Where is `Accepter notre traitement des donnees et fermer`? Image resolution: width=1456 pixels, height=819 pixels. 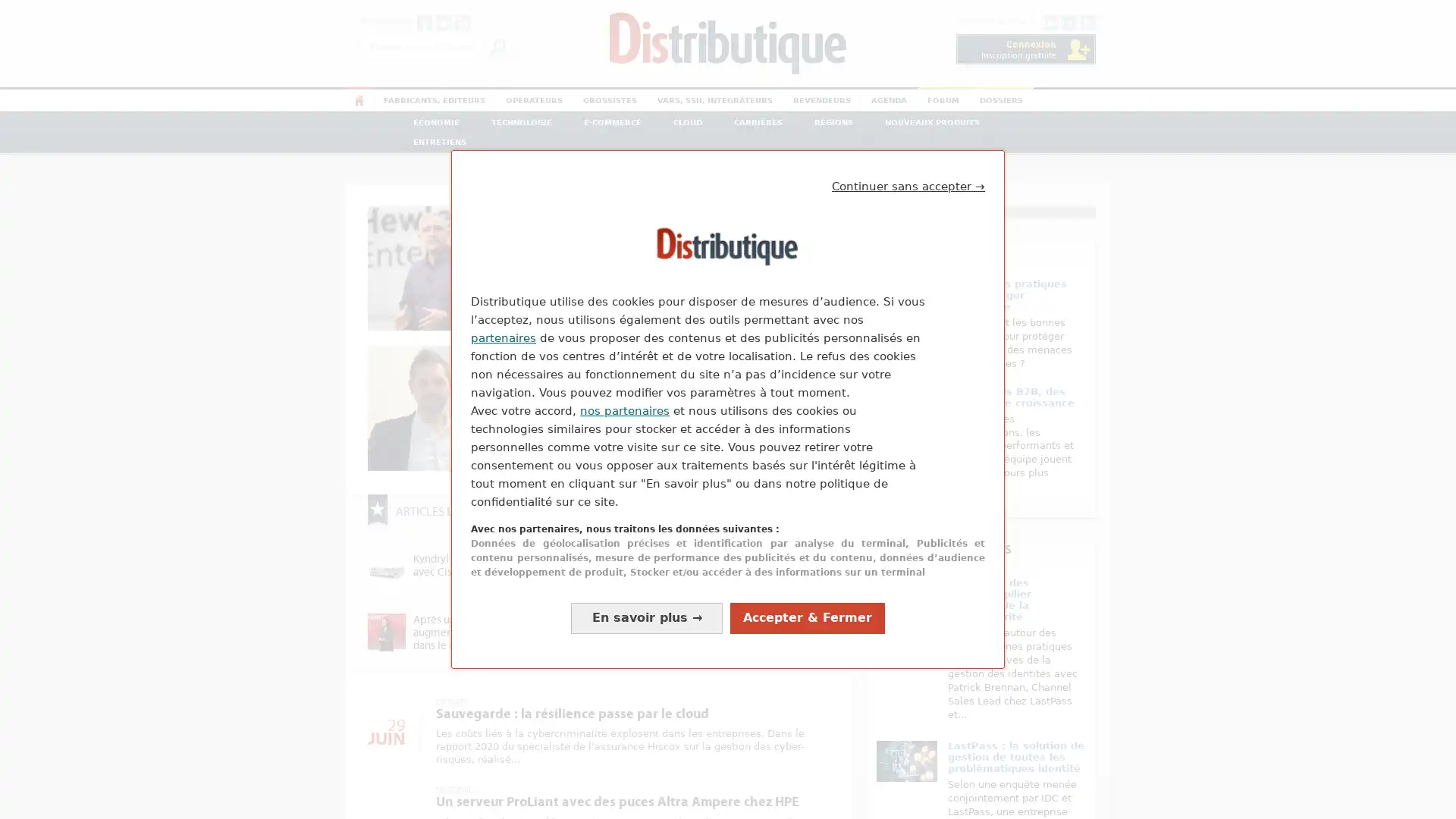
Accepter notre traitement des donnees et fermer is located at coordinates (807, 617).